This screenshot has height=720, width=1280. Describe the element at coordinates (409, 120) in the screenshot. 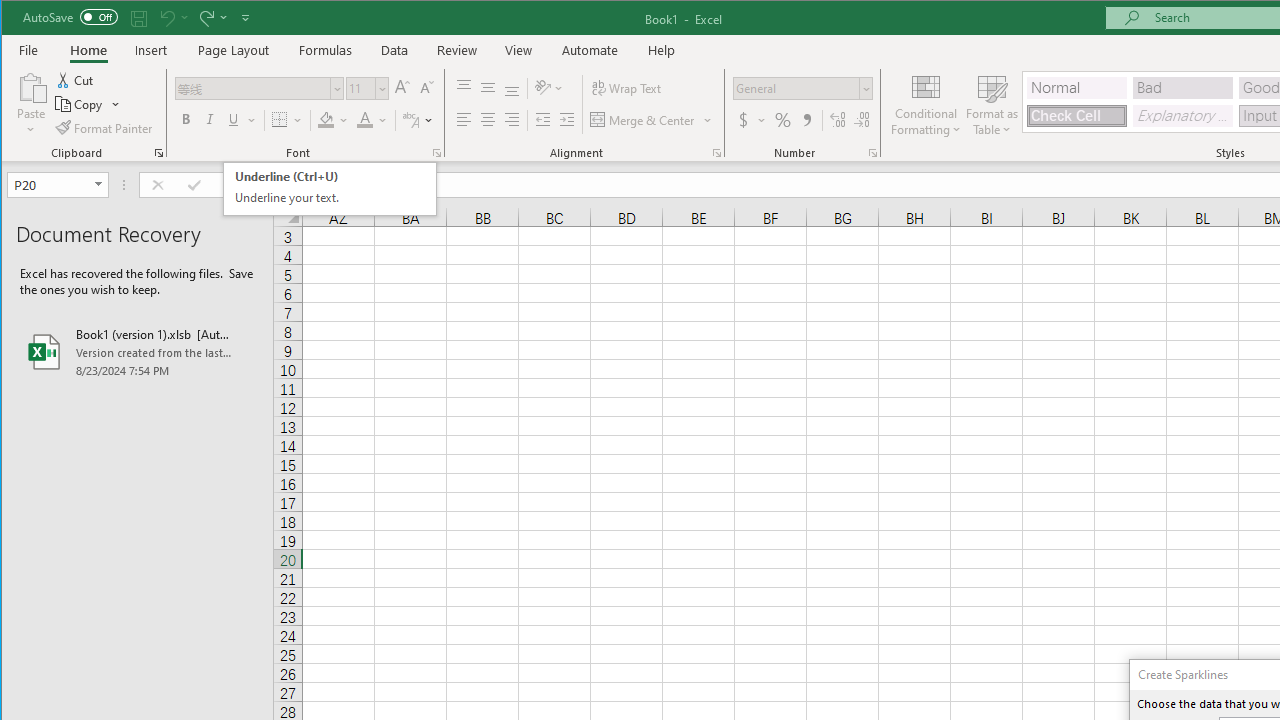

I see `'Show Phonetic Field'` at that location.